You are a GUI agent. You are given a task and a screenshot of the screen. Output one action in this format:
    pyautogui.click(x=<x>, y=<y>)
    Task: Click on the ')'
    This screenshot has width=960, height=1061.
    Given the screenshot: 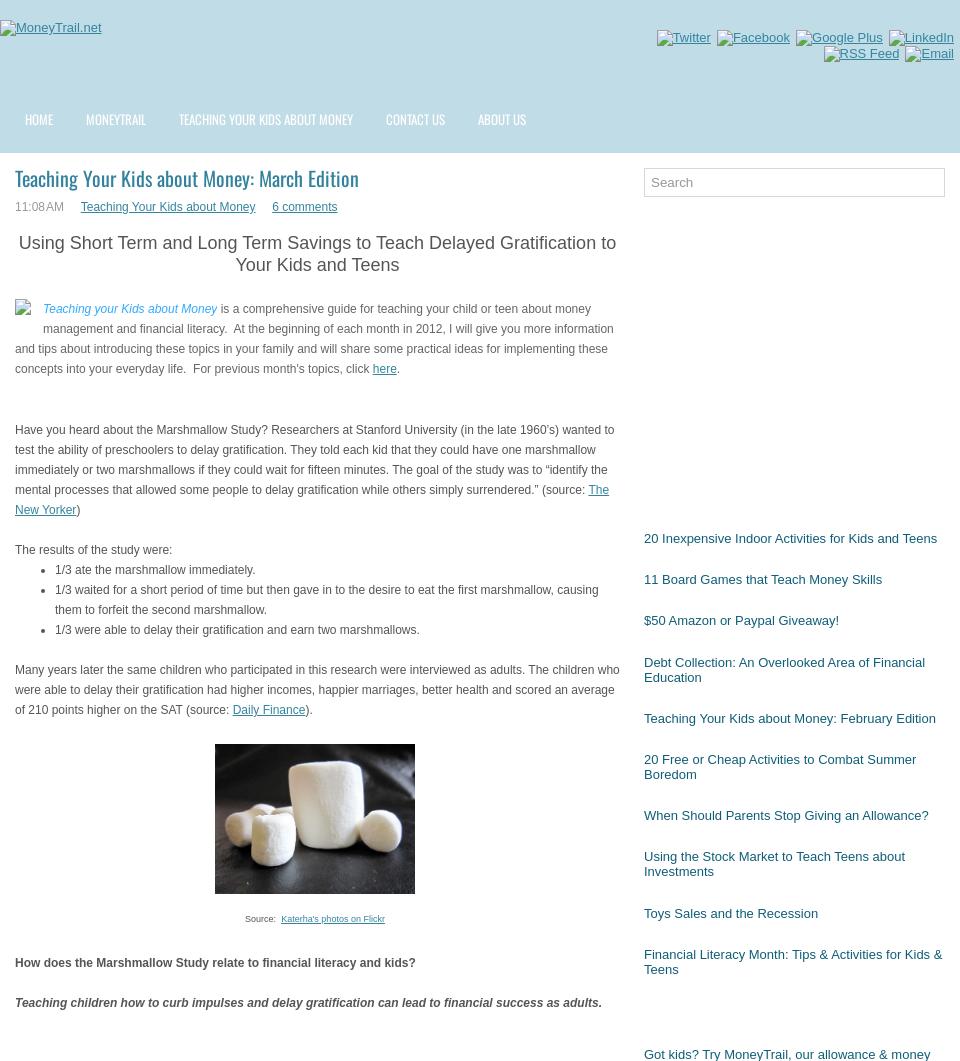 What is the action you would take?
    pyautogui.click(x=77, y=510)
    